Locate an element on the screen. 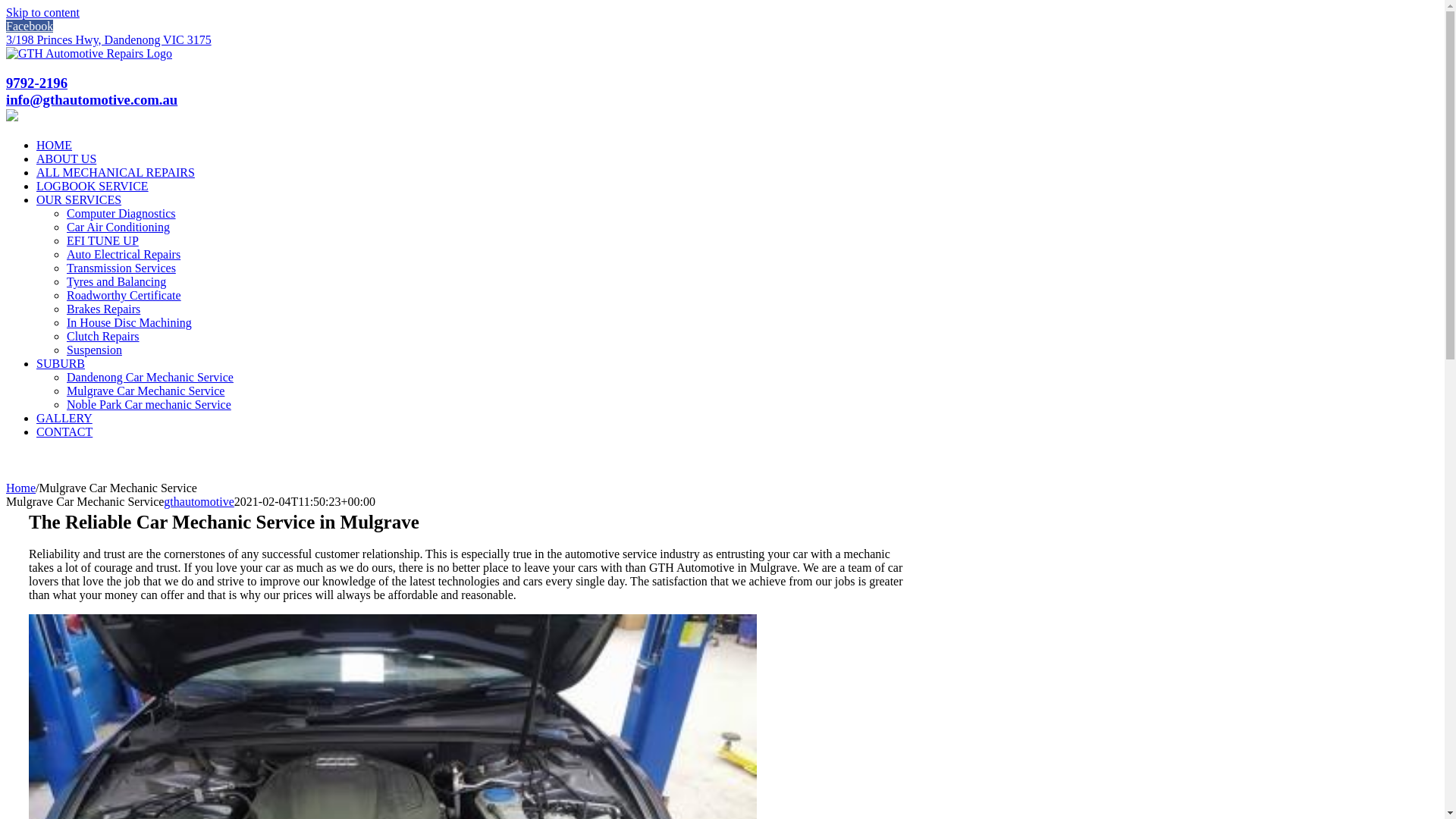 The image size is (1456, 819). '3/198 Princes Hwy, Dandenong VIC 3175' is located at coordinates (108, 39).